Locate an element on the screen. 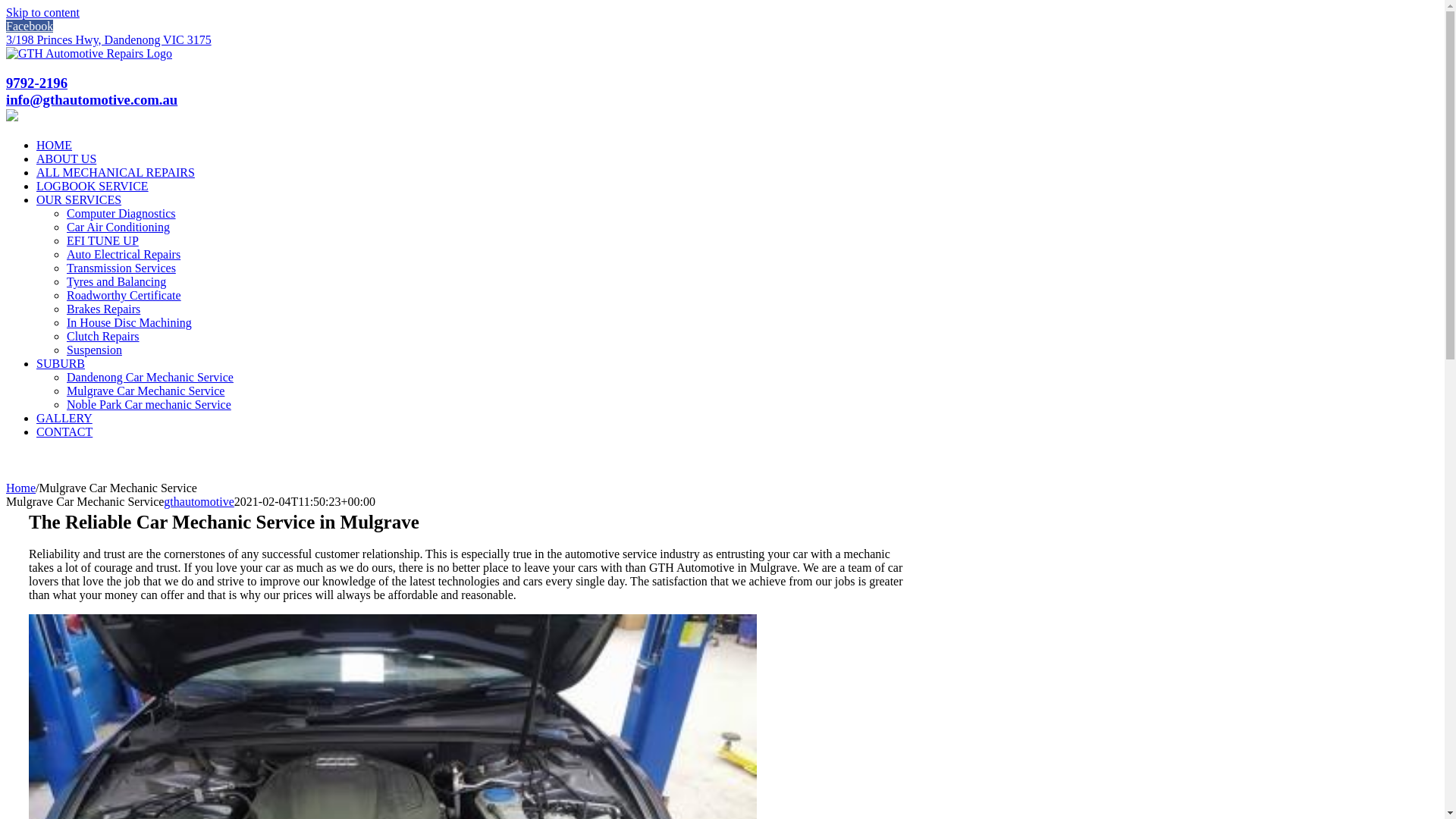 The image size is (1456, 819). '3/198 Princes Hwy, Dandenong VIC 3175' is located at coordinates (108, 39).